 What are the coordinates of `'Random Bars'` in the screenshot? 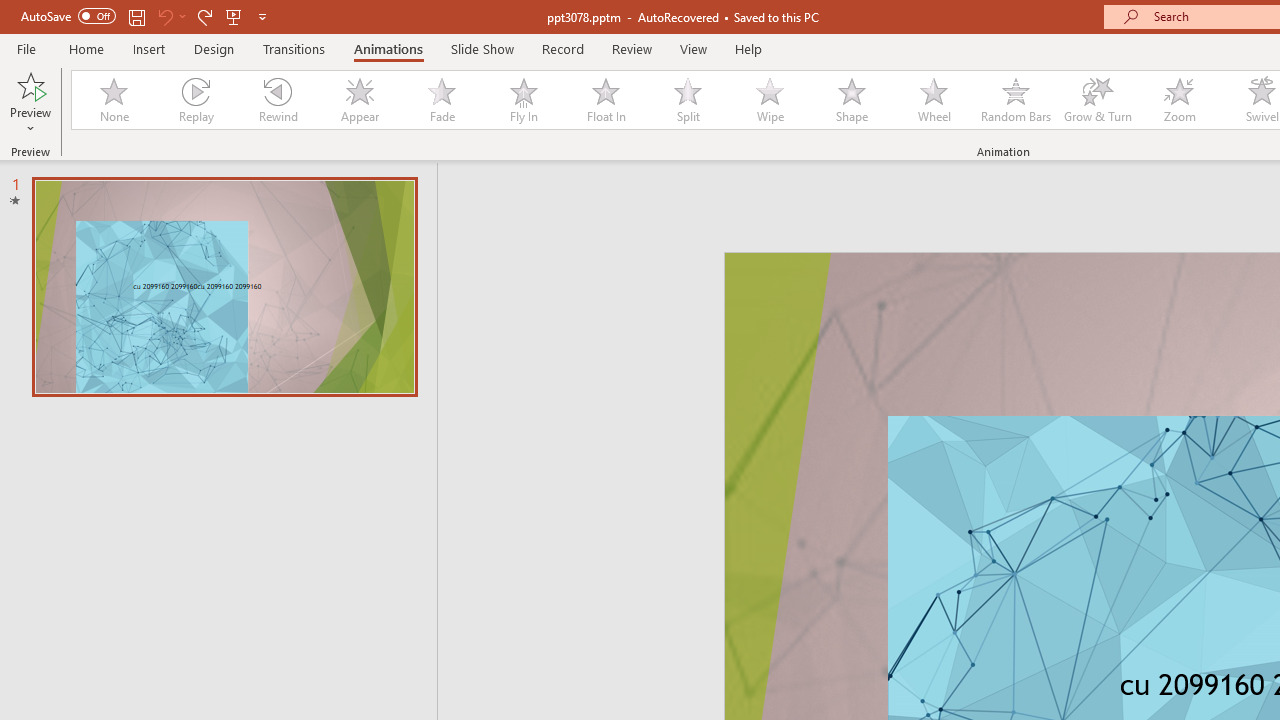 It's located at (1016, 100).